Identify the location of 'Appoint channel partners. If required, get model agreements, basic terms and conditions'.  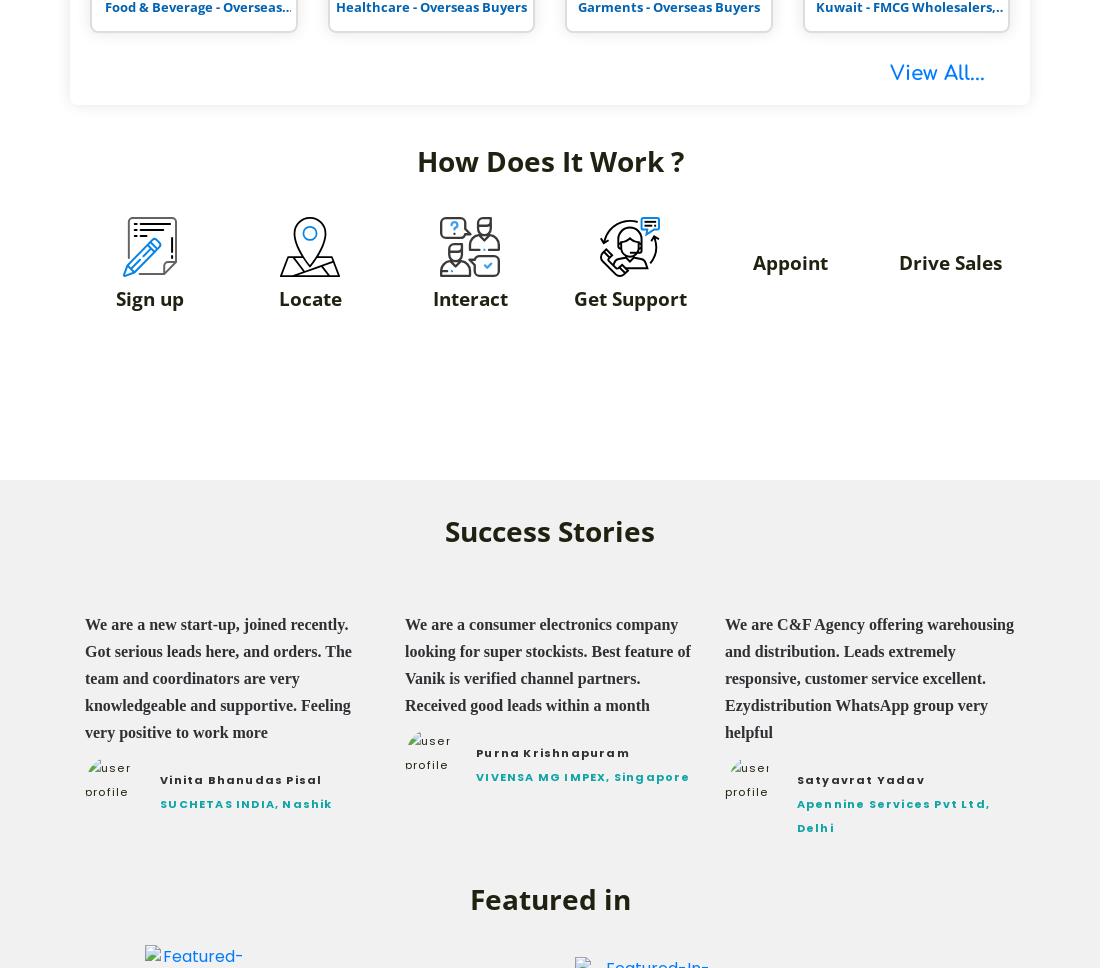
(788, 361).